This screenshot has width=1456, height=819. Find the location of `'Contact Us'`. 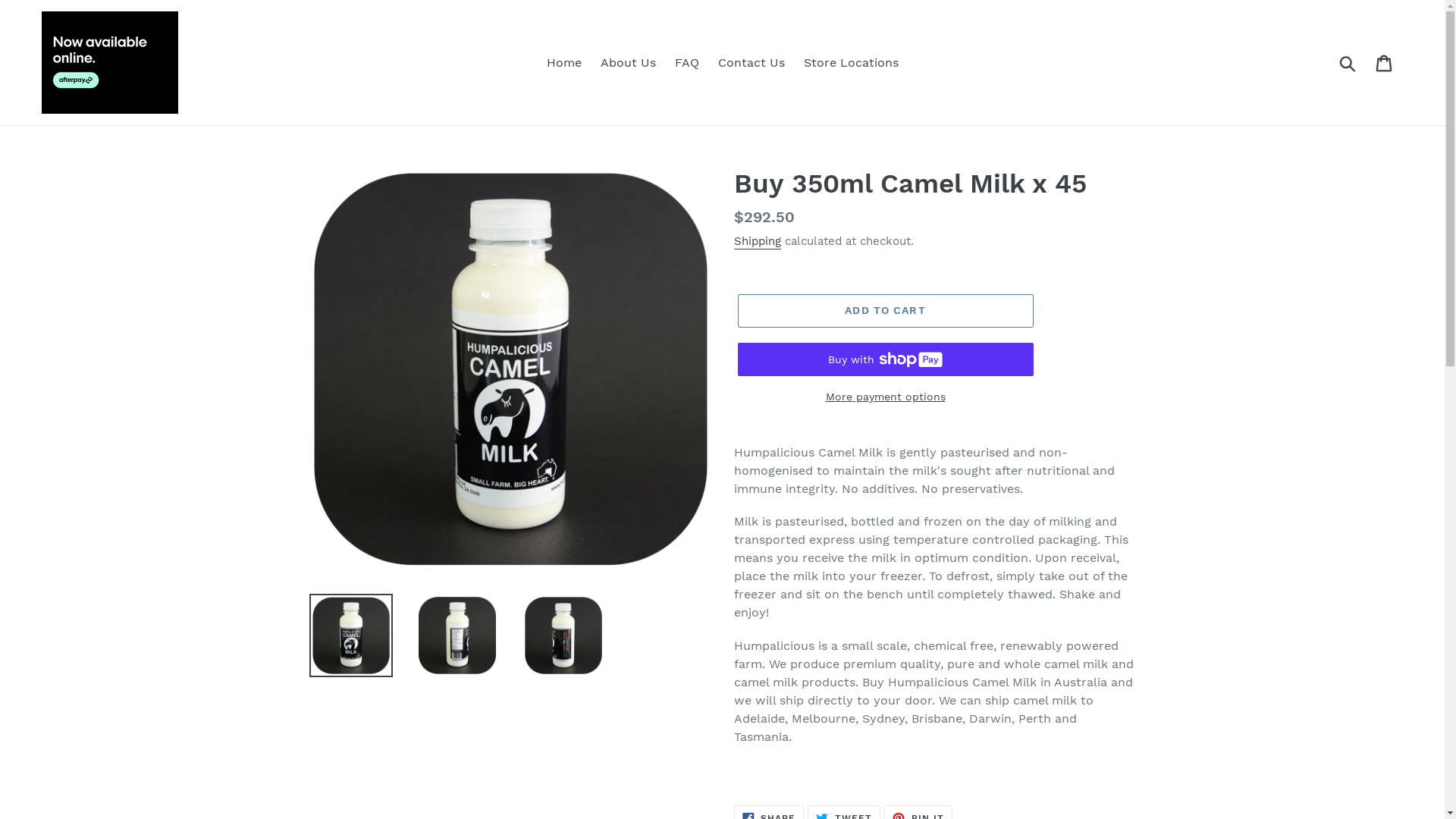

'Contact Us' is located at coordinates (750, 62).